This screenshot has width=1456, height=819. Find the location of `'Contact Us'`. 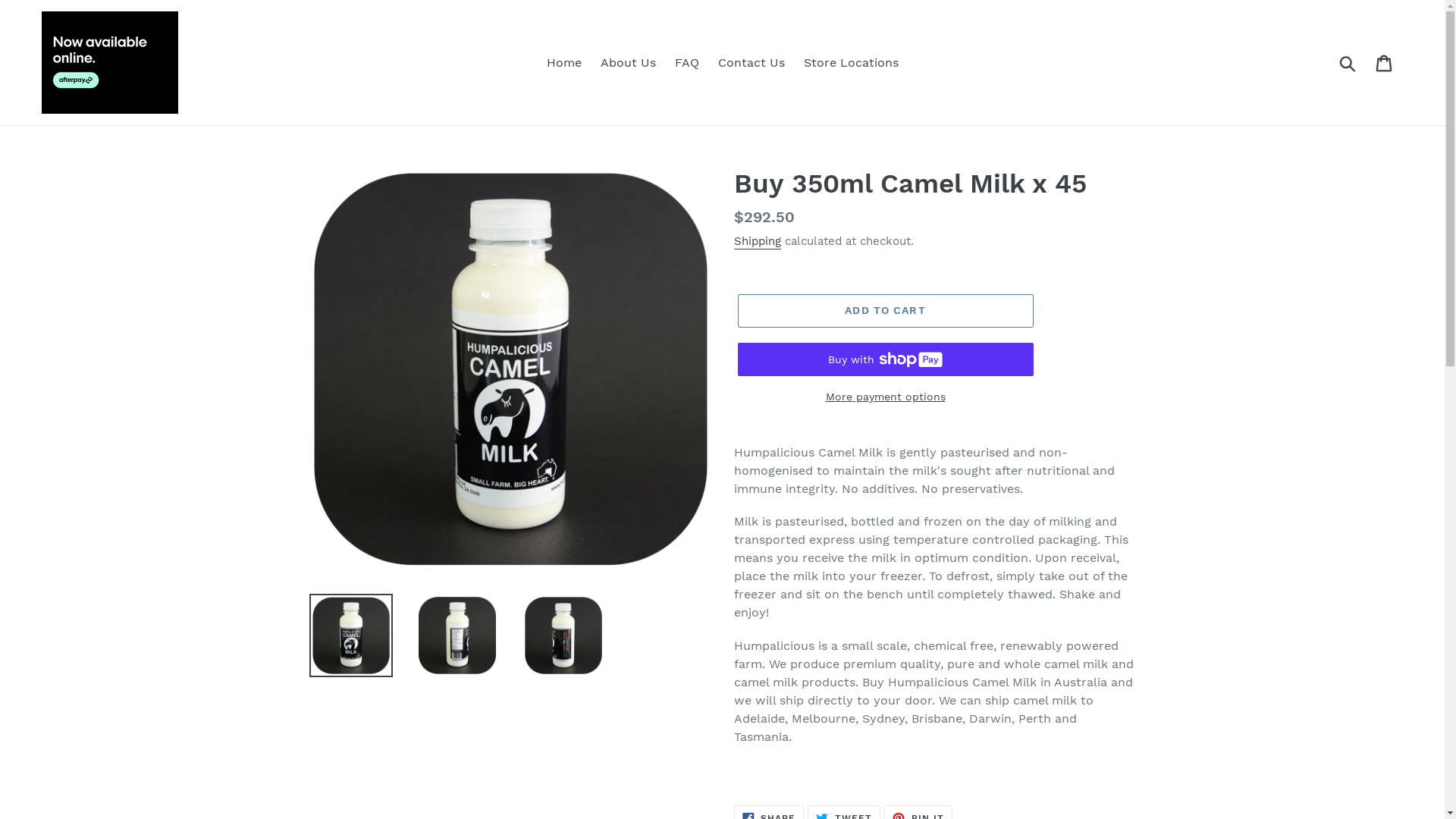

'Contact Us' is located at coordinates (750, 62).